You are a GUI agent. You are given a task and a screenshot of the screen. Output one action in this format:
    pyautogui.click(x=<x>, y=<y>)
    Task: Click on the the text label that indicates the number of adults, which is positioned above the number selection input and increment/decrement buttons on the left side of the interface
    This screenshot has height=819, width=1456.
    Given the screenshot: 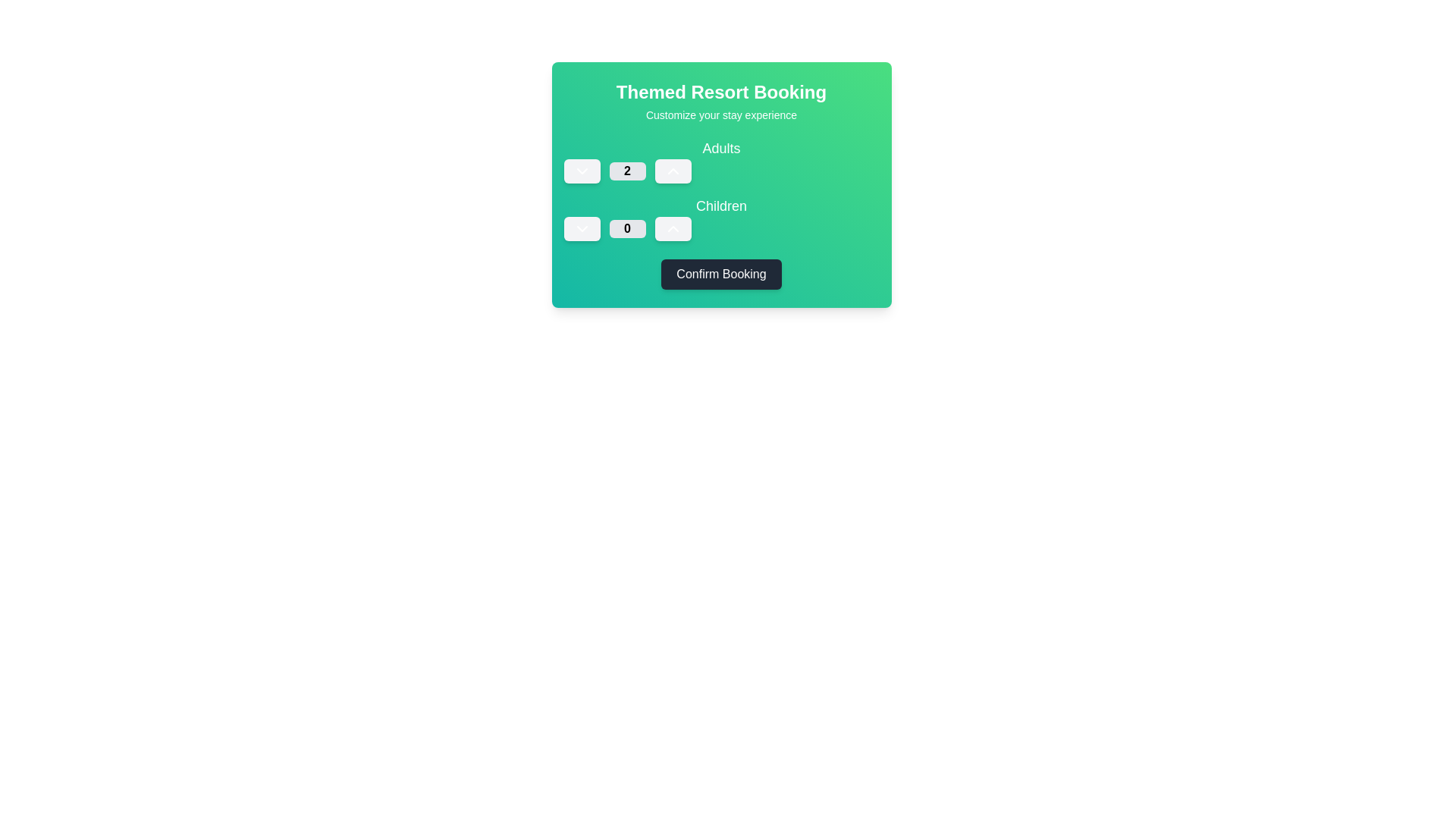 What is the action you would take?
    pyautogui.click(x=720, y=161)
    